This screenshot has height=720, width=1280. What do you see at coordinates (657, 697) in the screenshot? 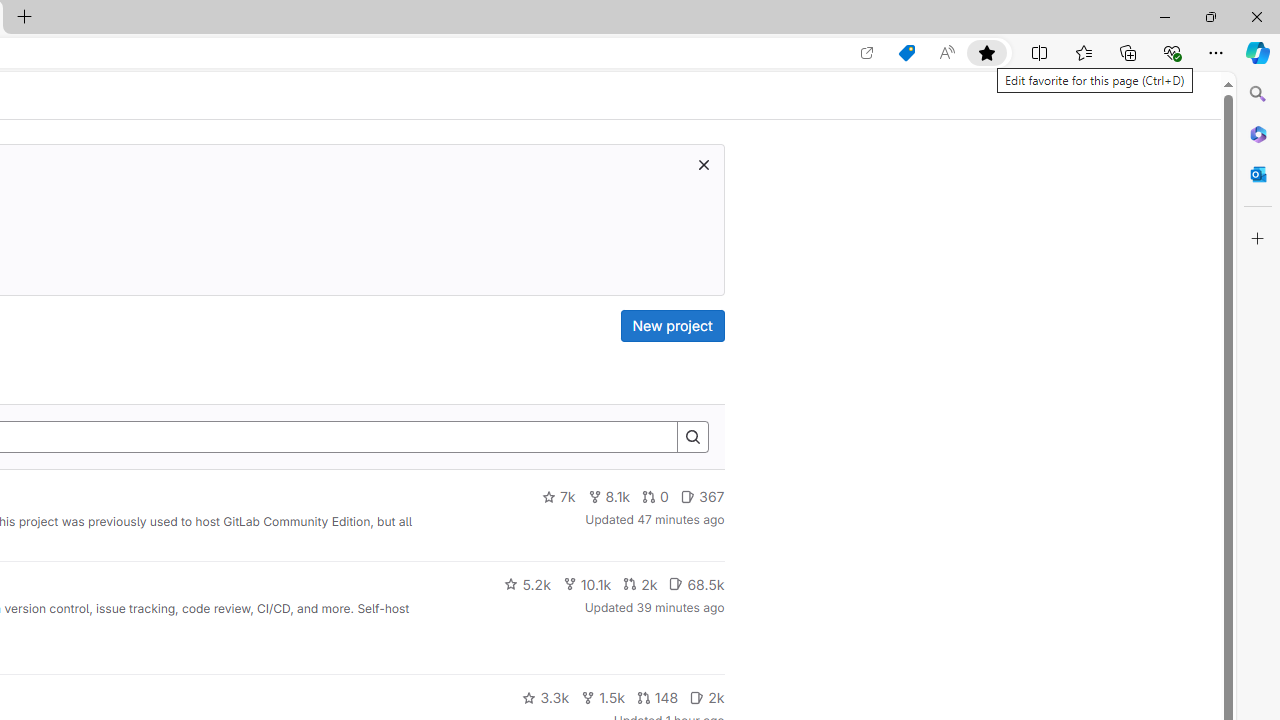
I see `'148'` at bounding box center [657, 697].